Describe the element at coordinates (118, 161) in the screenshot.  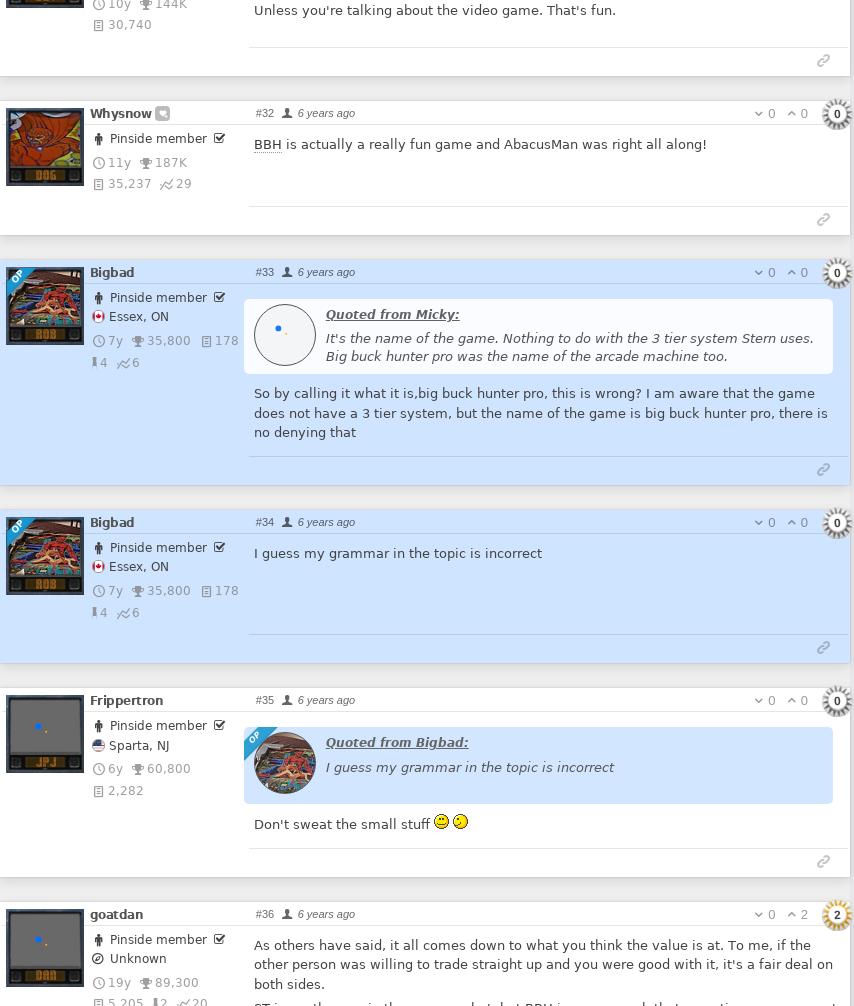
I see `'11y'` at that location.